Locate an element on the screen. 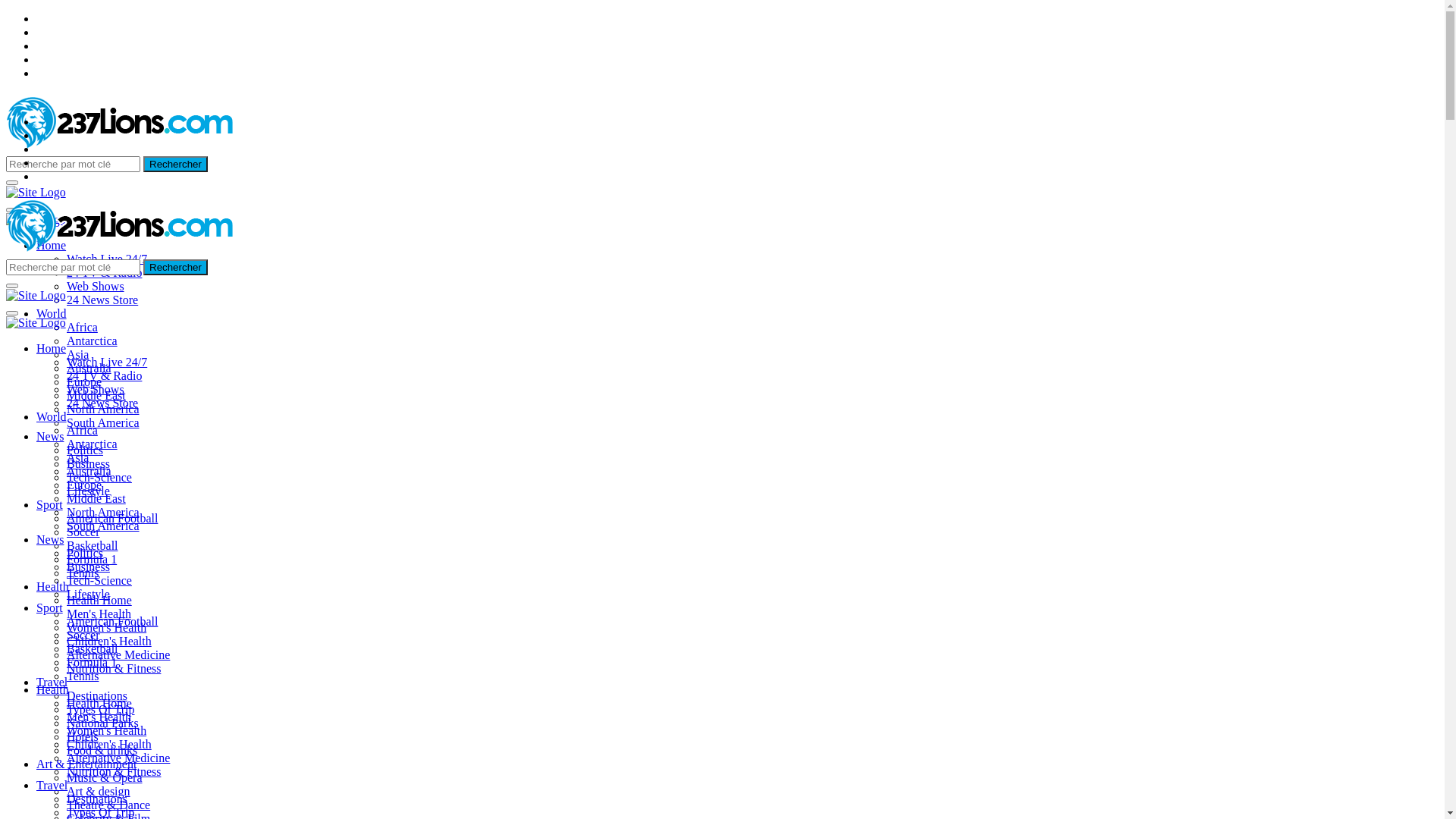 The height and width of the screenshot is (819, 1456). 'North America' is located at coordinates (102, 408).